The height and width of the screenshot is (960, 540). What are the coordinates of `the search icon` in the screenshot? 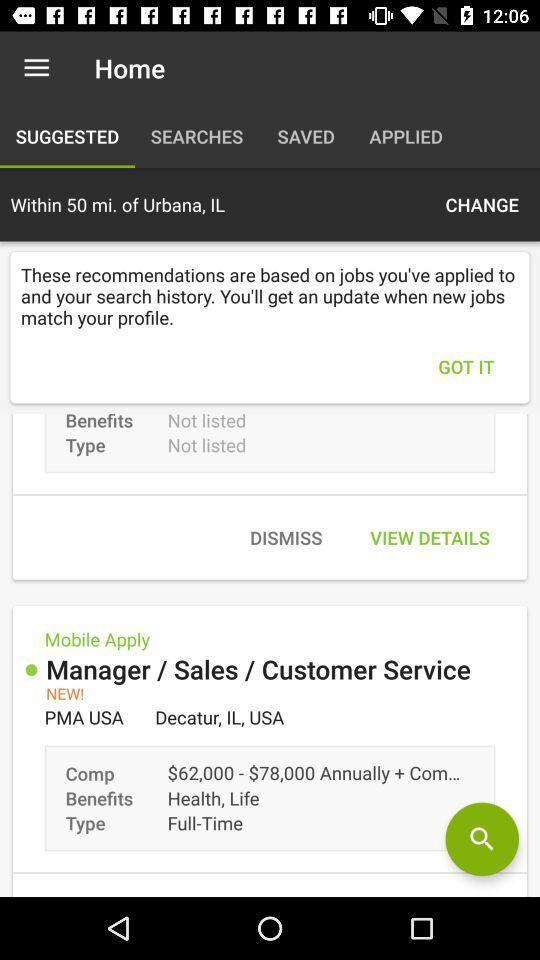 It's located at (481, 839).